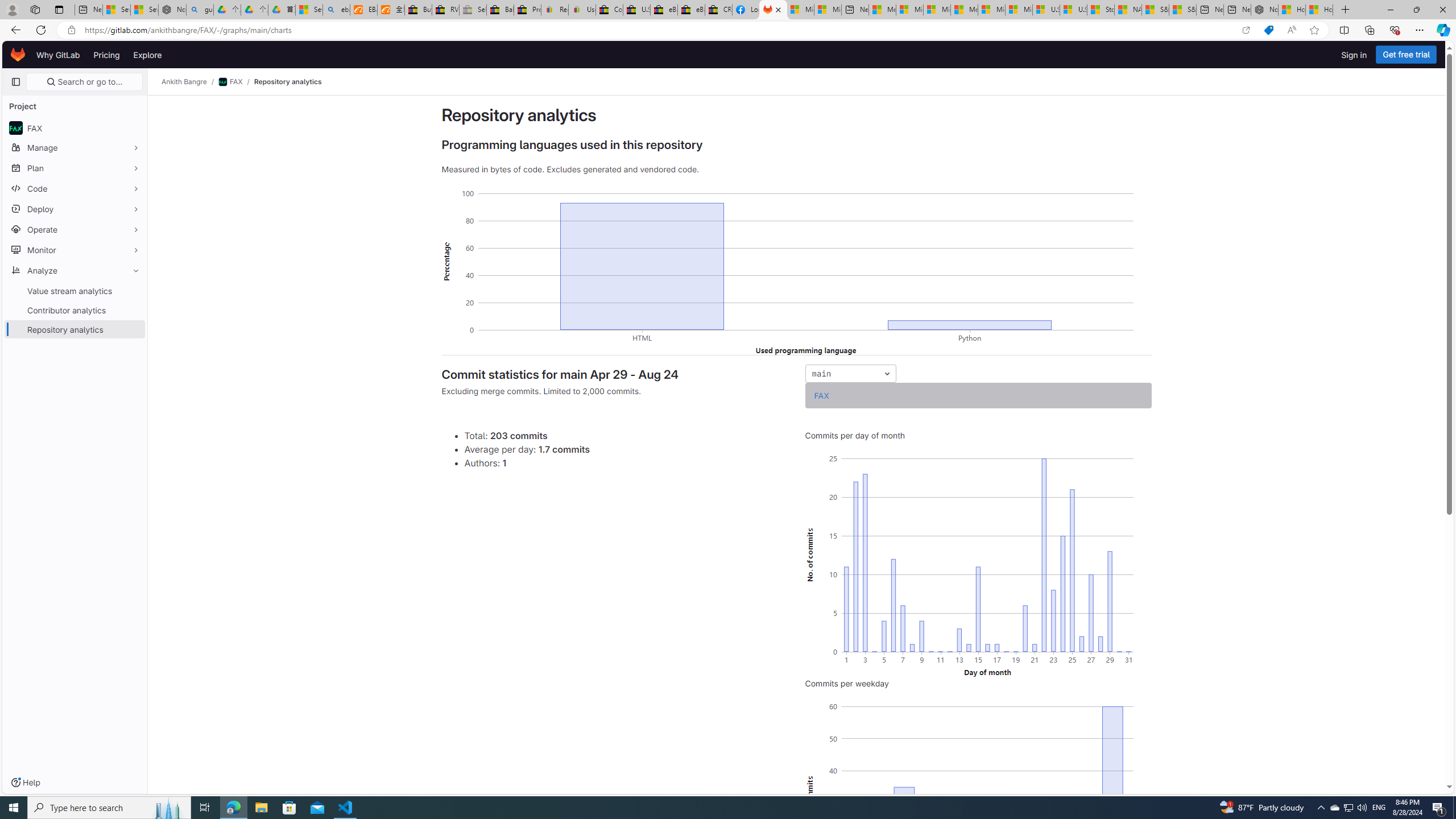  Describe the element at coordinates (528, 9) in the screenshot. I see `'Press Room - eBay Inc.'` at that location.